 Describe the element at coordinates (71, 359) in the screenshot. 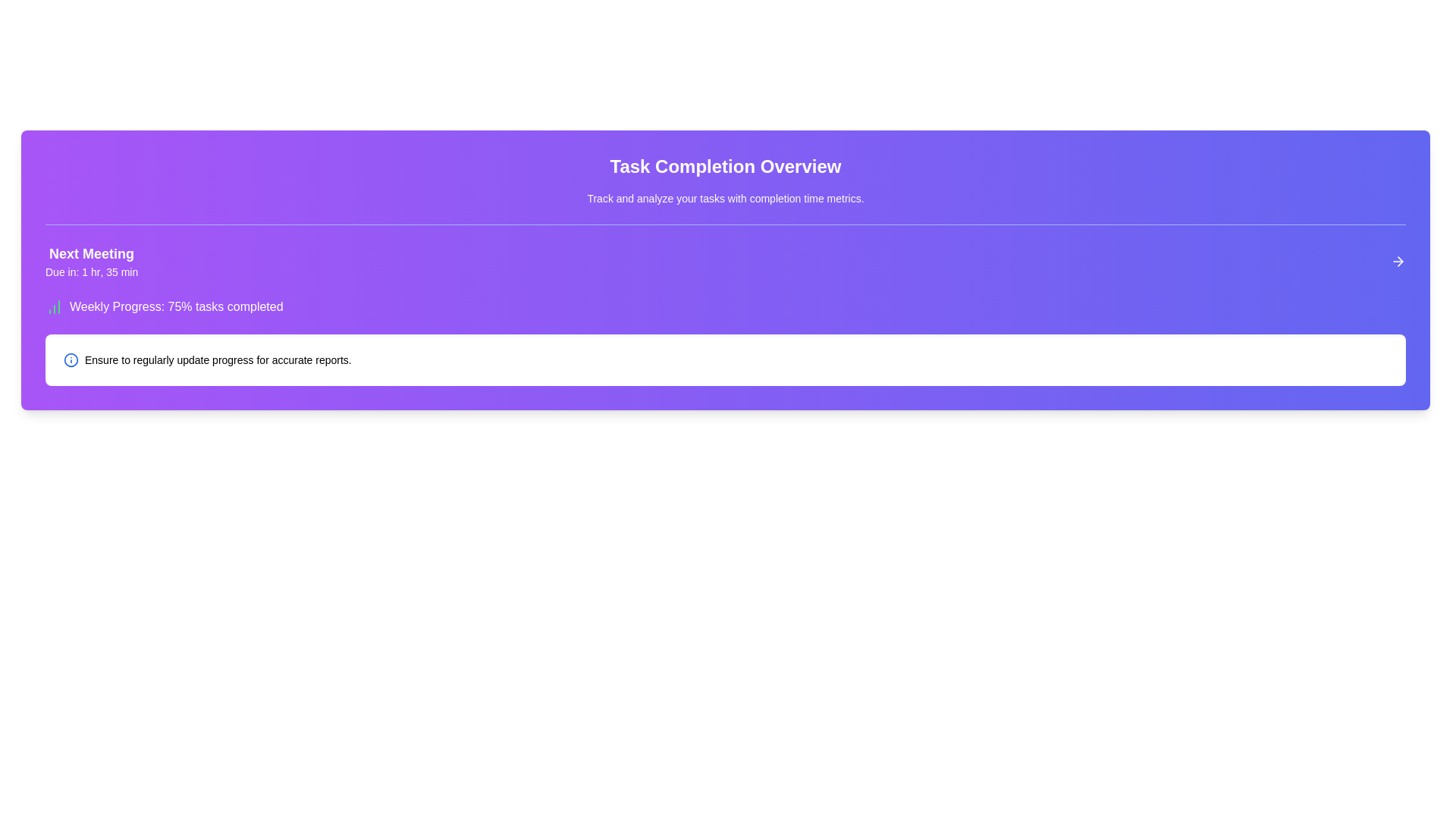

I see `the circular outline of the notification symbol, which is part of the informational icon located near the text for accurate report updates` at that location.